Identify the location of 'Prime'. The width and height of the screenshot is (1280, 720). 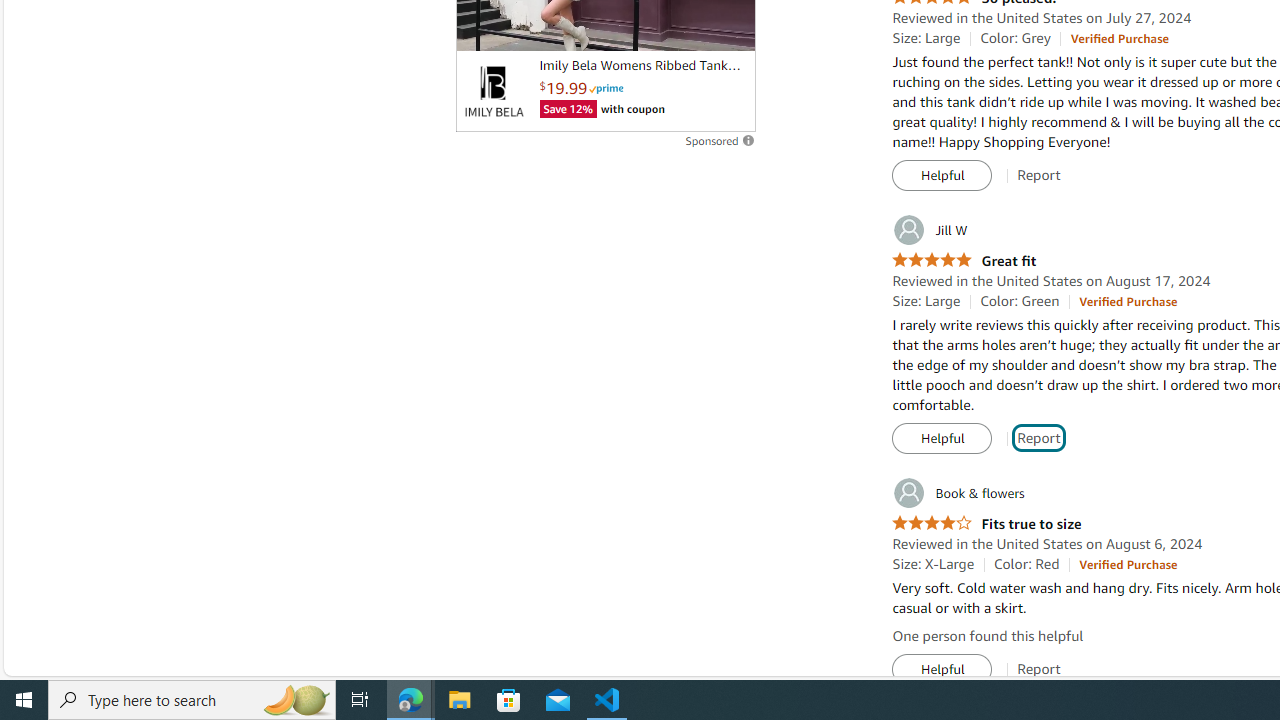
(605, 87).